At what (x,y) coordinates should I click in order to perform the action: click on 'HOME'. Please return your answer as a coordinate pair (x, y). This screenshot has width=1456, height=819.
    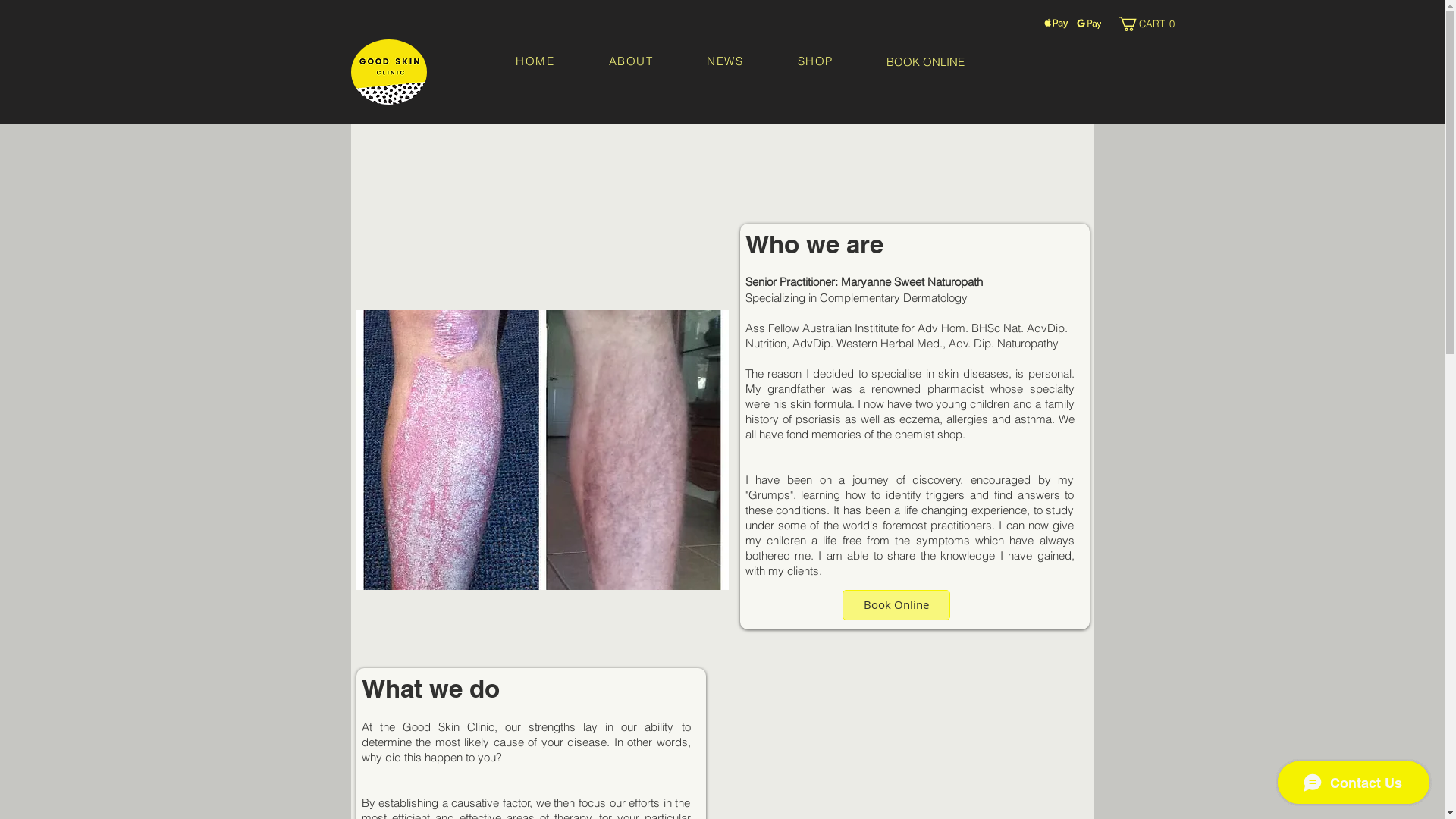
    Looking at the image, I should click on (535, 61).